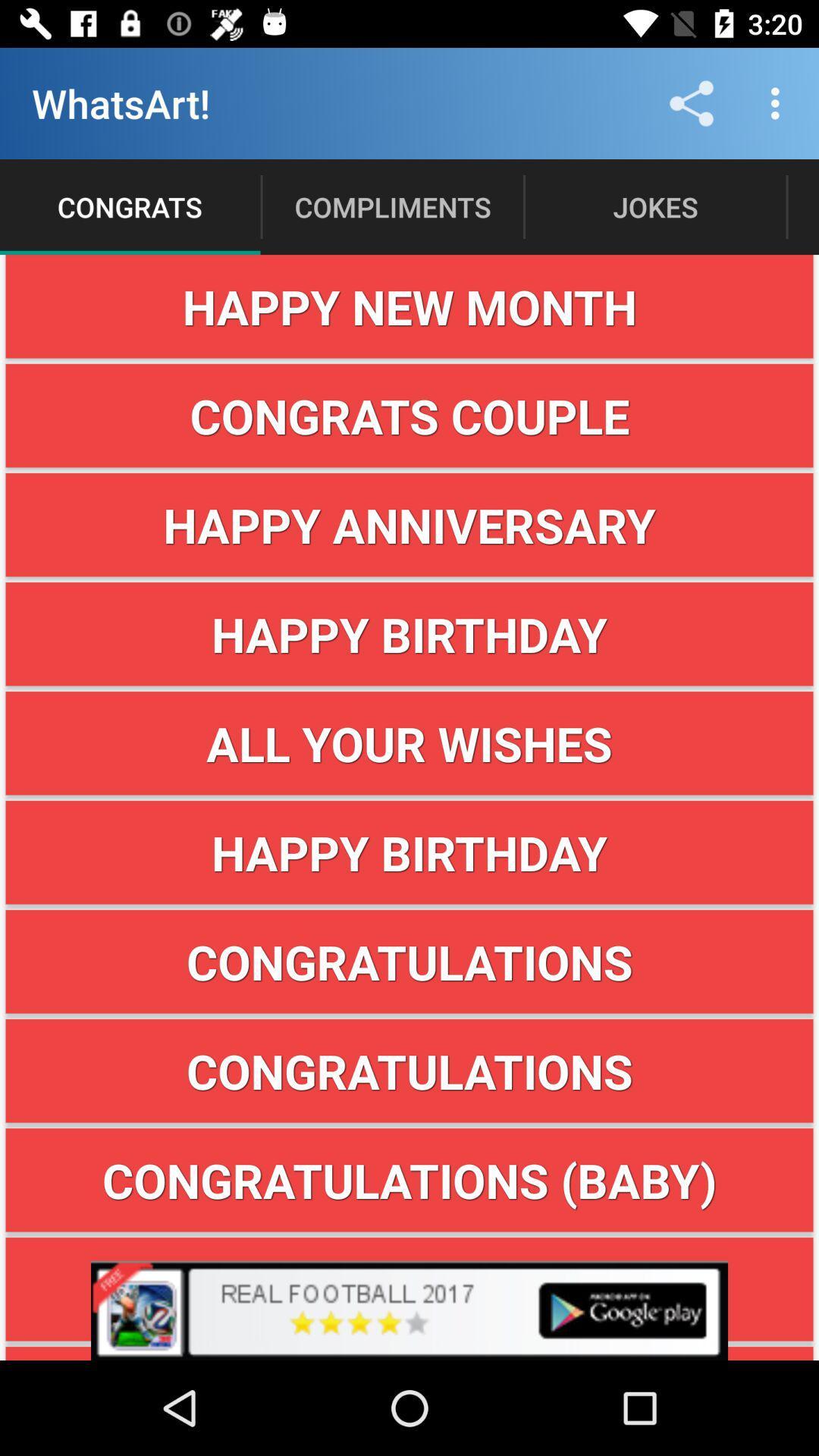  I want to click on the icon above the happy birthday item, so click(409, 743).